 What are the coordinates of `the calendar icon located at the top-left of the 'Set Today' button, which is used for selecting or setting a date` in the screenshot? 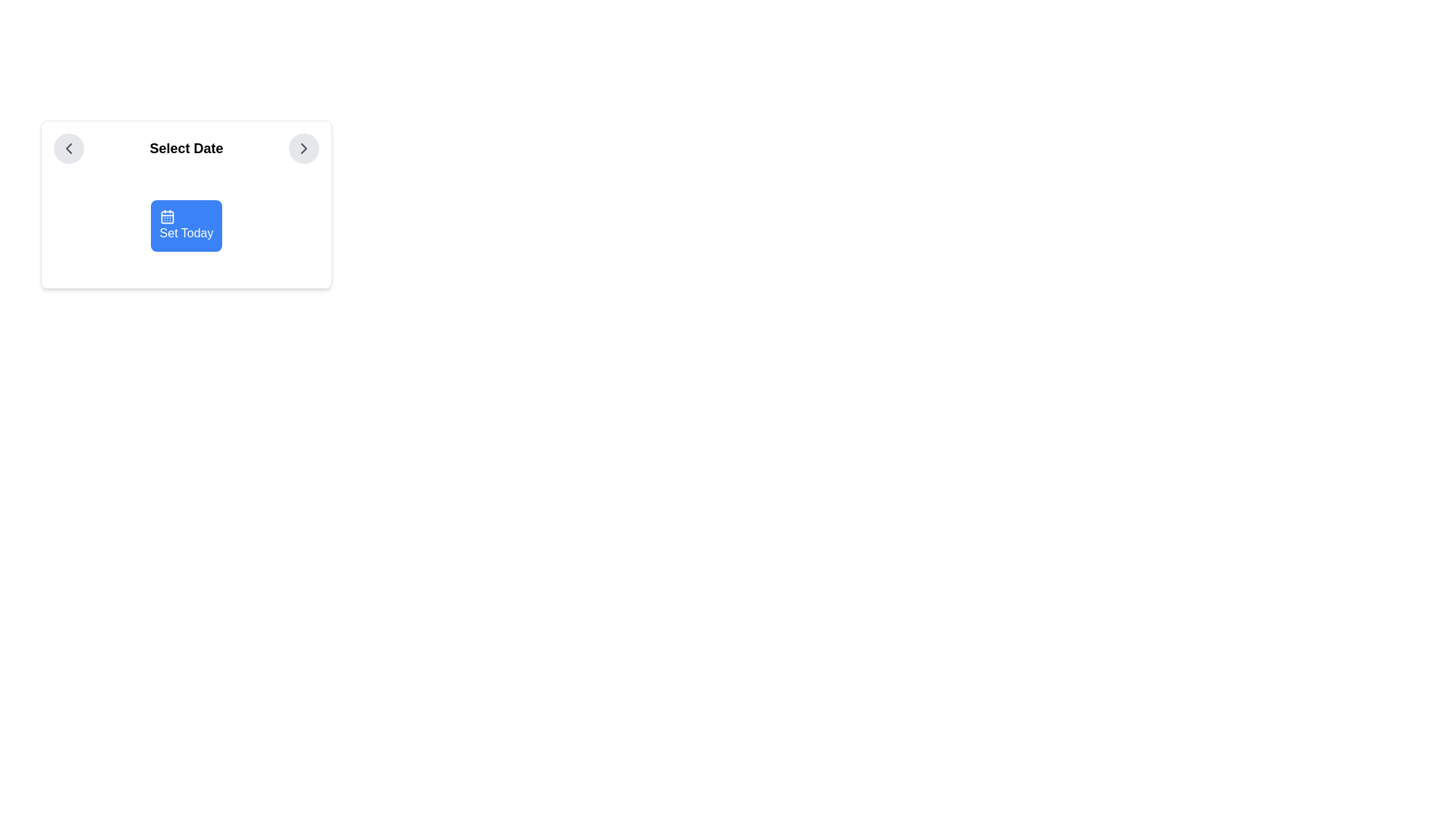 It's located at (167, 216).